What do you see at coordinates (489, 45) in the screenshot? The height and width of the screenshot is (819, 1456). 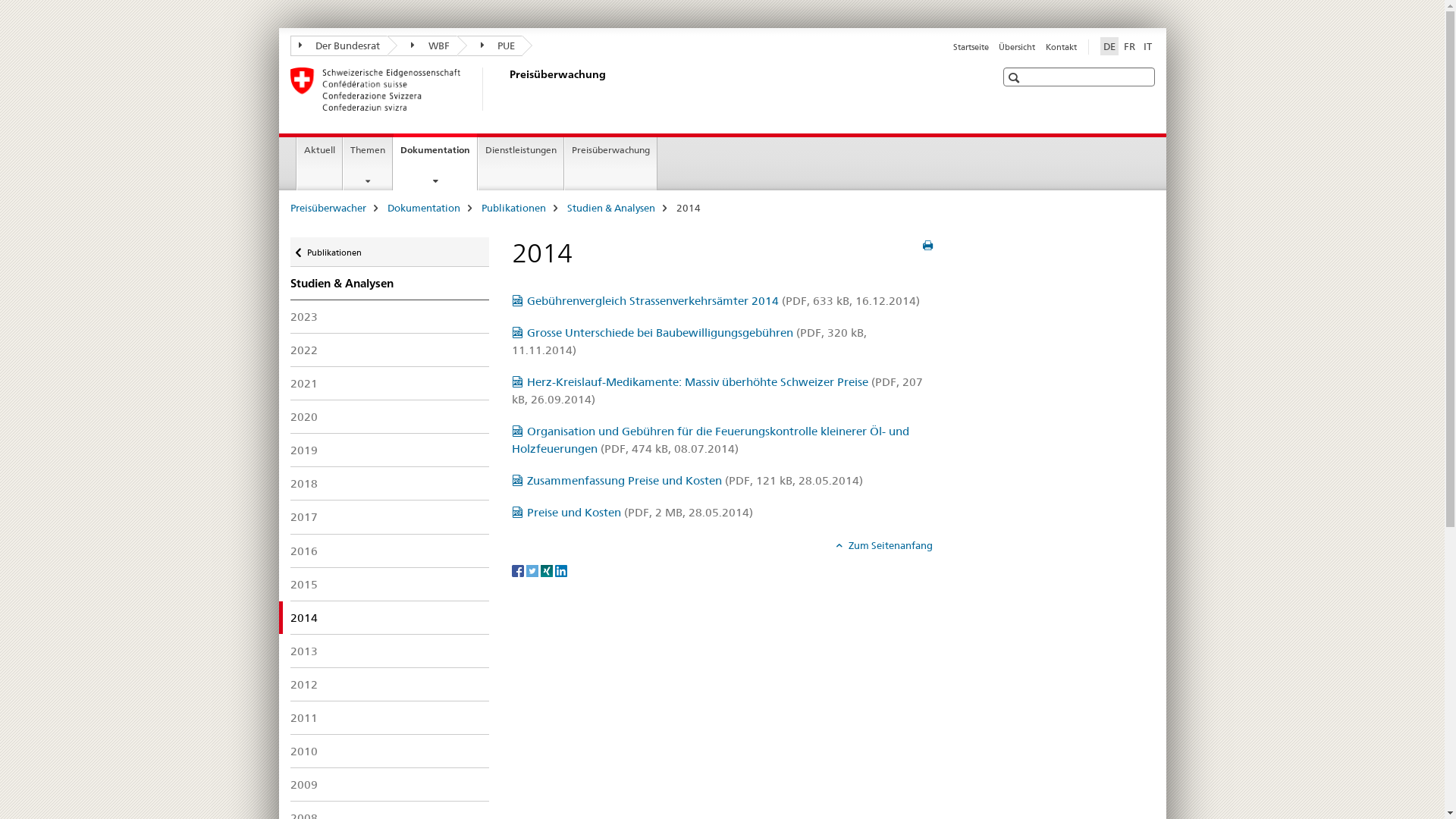 I see `'PUE'` at bounding box center [489, 45].